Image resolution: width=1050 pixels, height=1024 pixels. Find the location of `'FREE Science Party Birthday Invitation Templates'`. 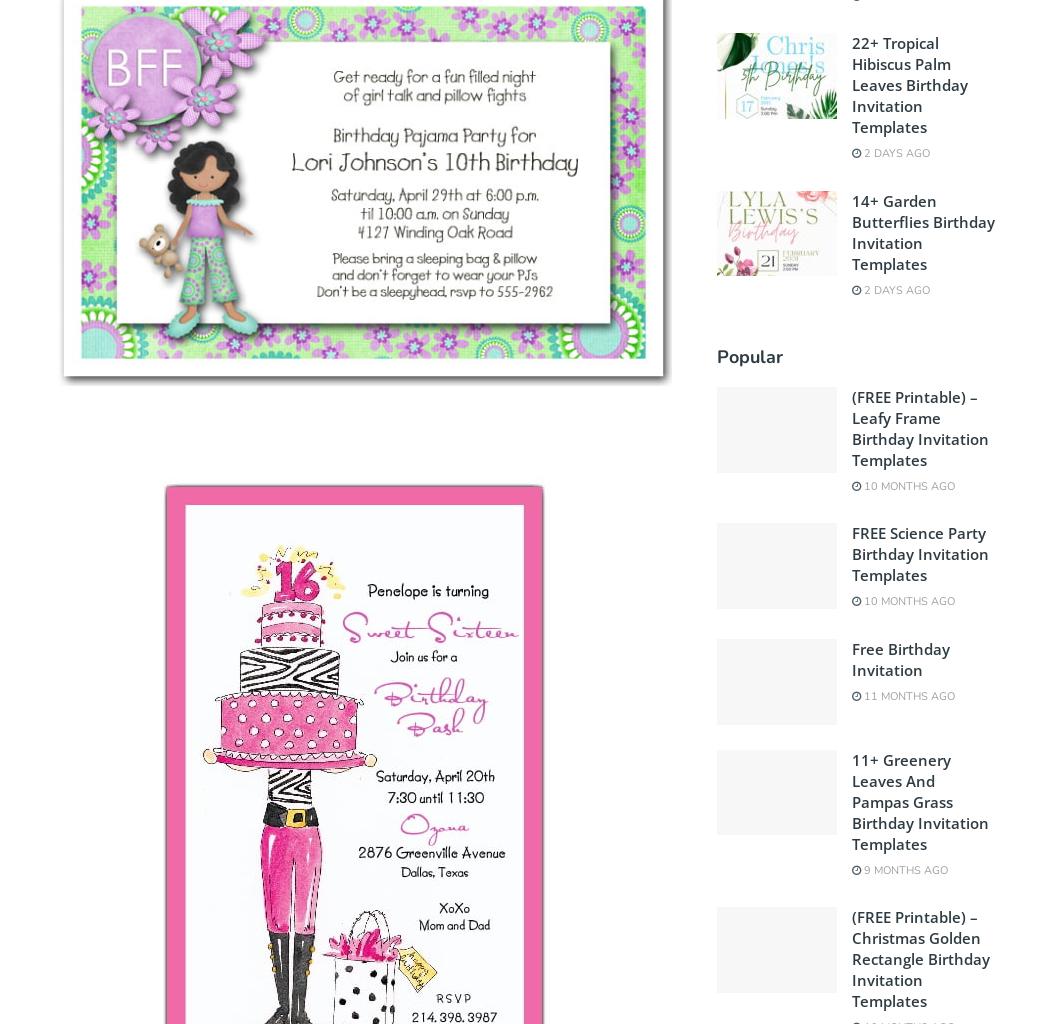

'FREE Science Party Birthday Invitation Templates' is located at coordinates (919, 553).